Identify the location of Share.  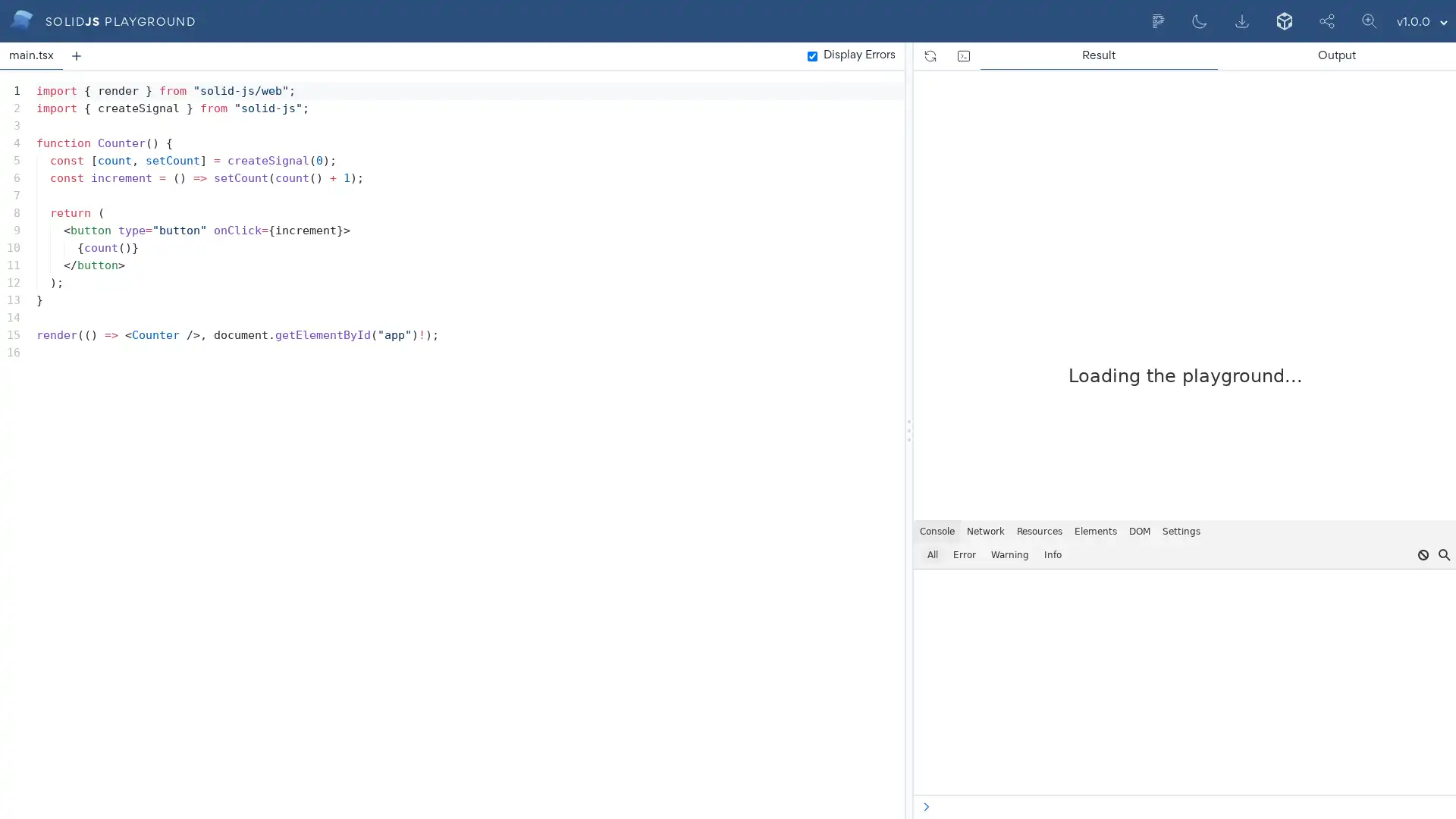
(1326, 20).